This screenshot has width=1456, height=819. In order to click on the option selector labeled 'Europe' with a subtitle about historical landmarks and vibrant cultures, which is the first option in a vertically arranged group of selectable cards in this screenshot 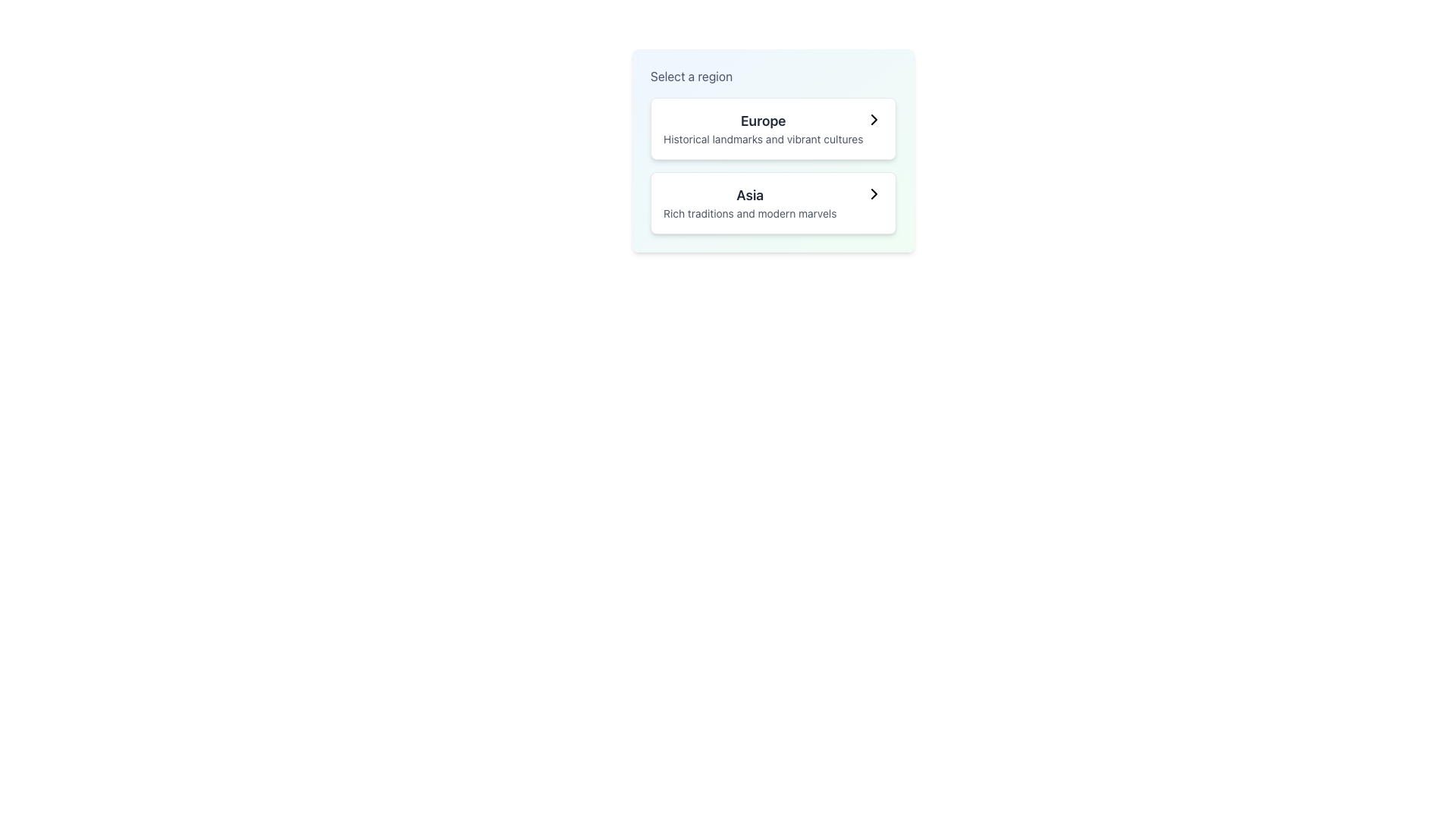, I will do `click(773, 127)`.